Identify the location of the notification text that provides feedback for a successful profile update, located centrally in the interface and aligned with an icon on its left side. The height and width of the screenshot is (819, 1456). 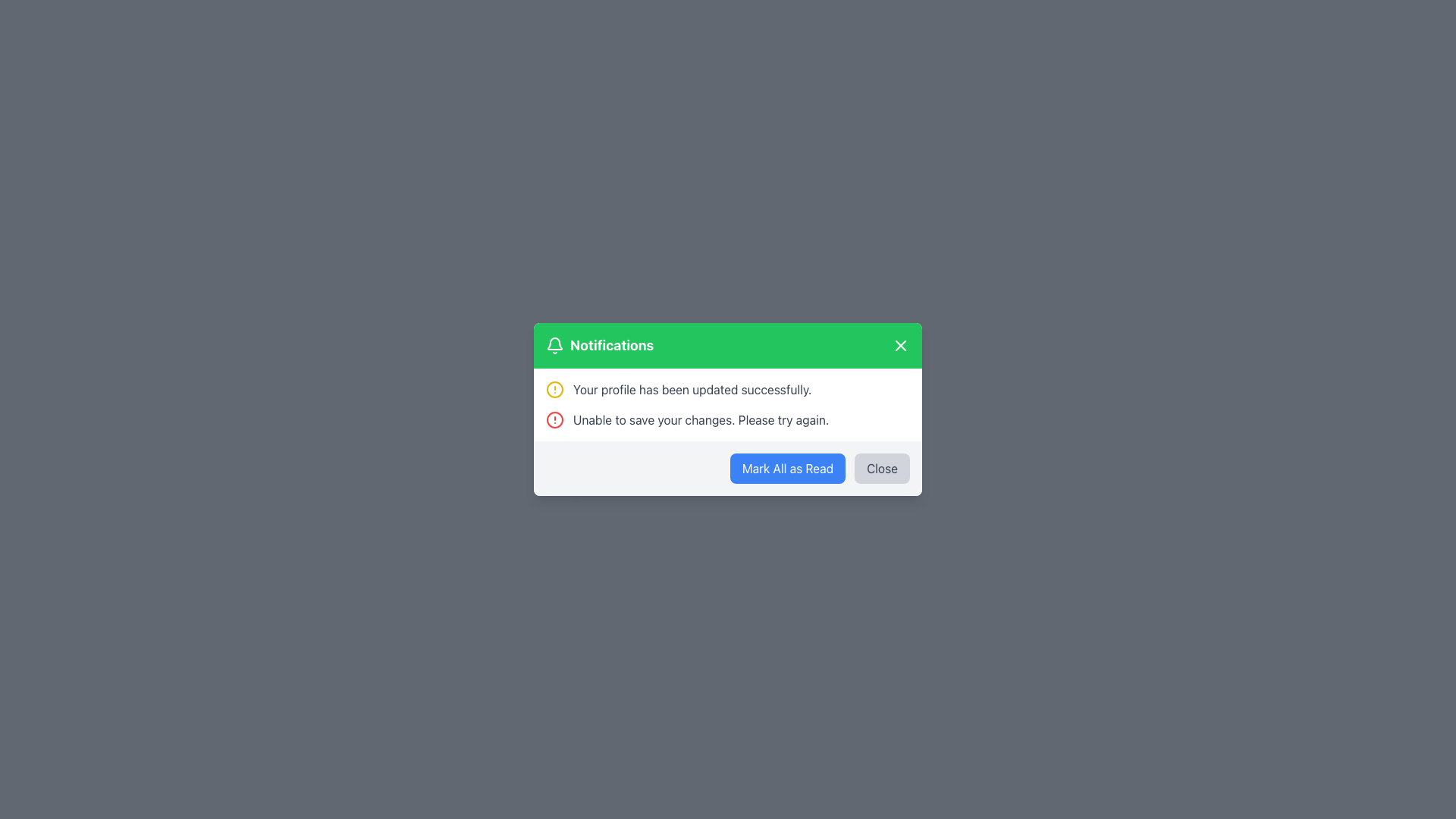
(692, 388).